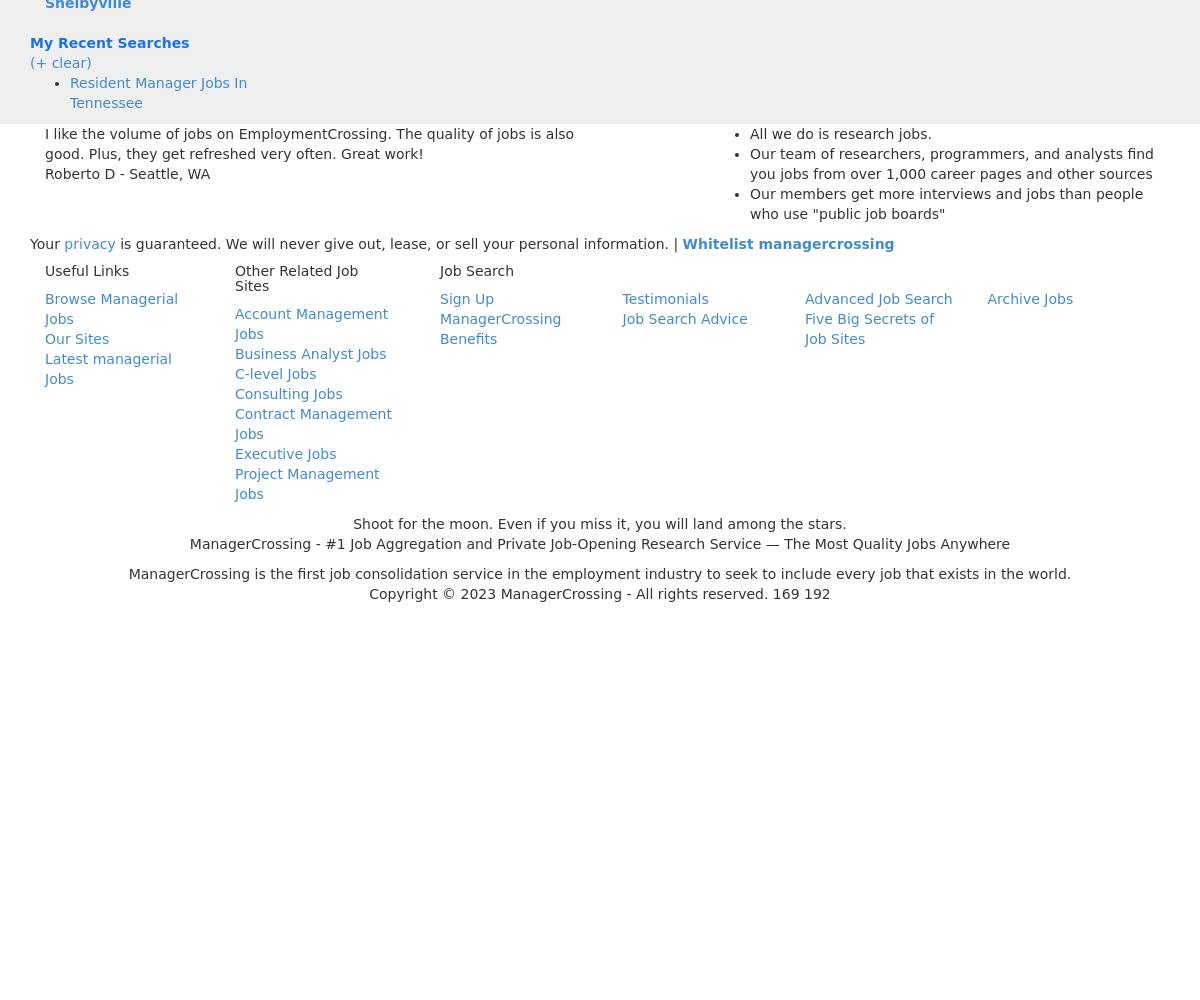  I want to click on 'Our Sites', so click(77, 338).